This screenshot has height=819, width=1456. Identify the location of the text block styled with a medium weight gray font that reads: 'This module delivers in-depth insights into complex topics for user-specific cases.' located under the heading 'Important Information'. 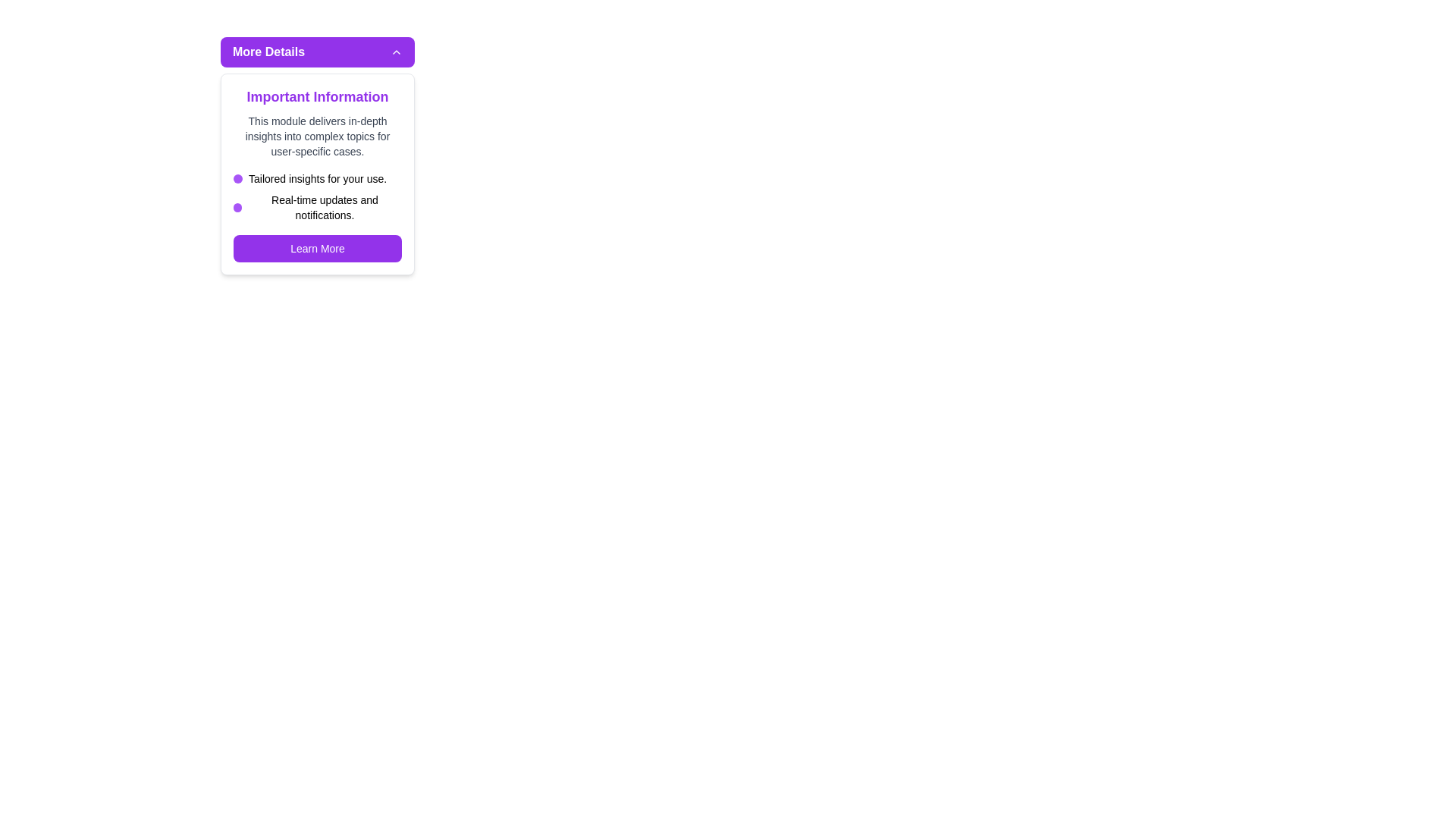
(316, 136).